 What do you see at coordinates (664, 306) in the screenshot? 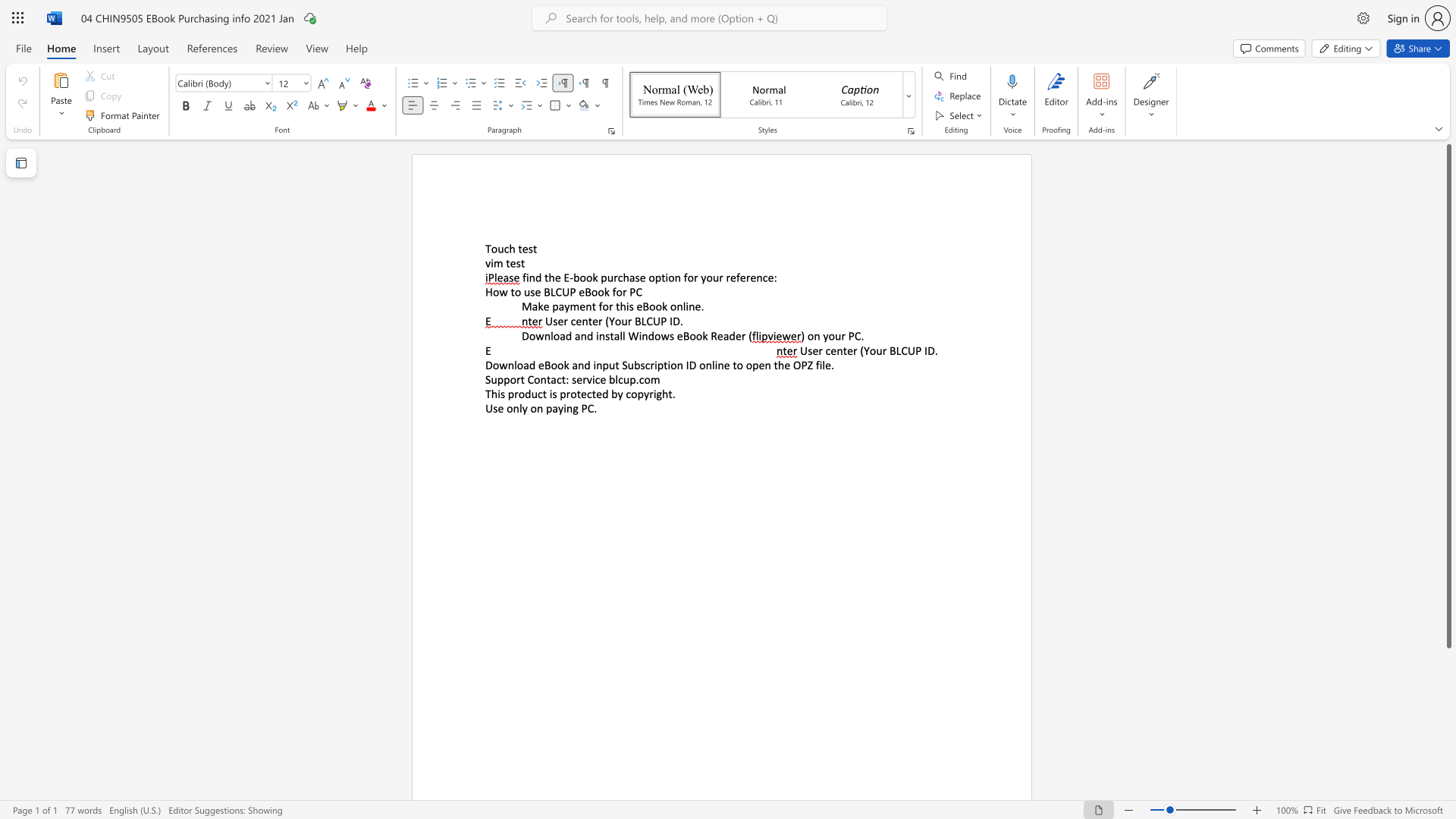
I see `the 2th character "k" in the text` at bounding box center [664, 306].